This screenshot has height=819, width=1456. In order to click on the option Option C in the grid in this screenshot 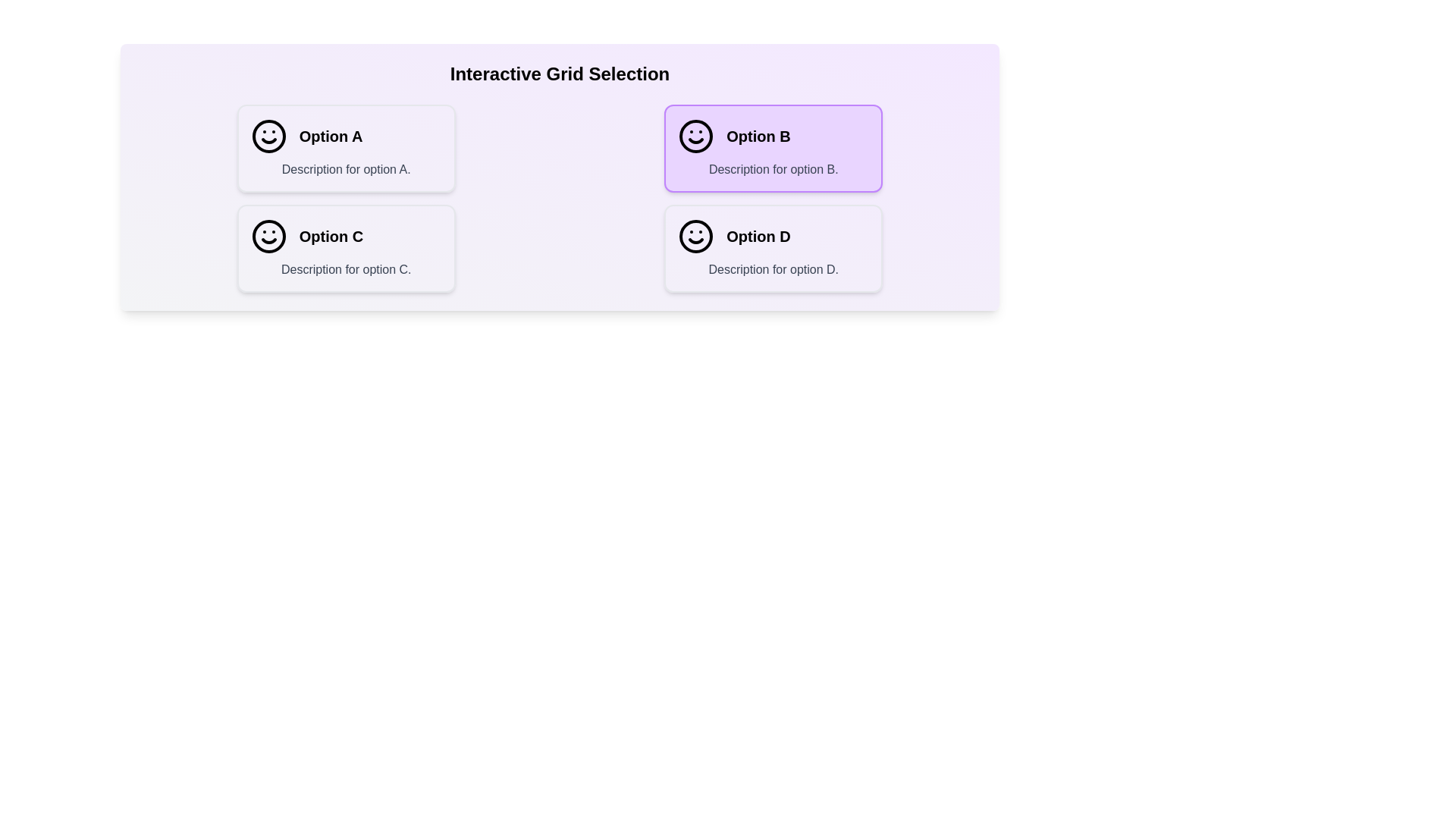, I will do `click(345, 247)`.